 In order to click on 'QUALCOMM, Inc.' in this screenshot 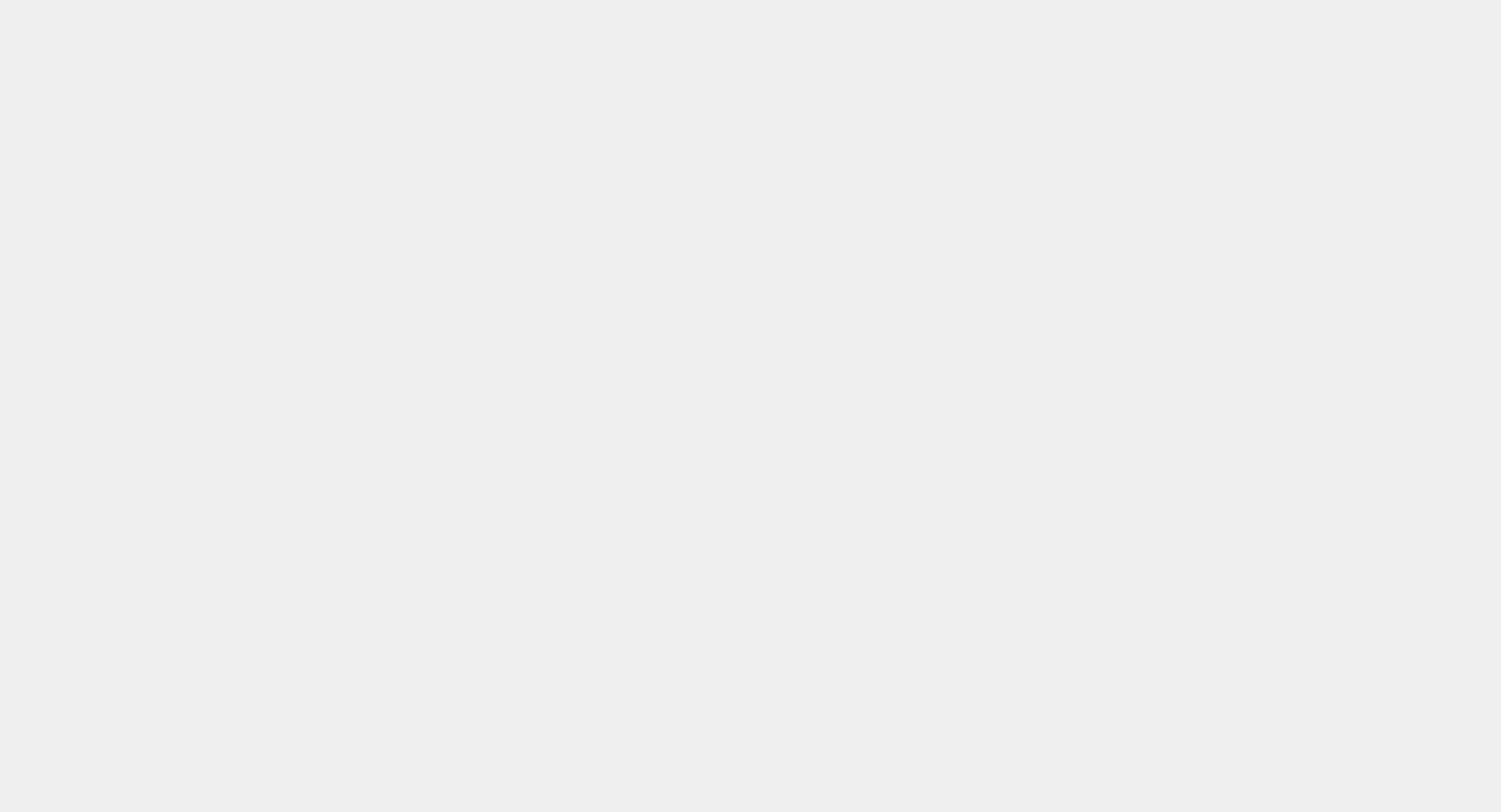, I will do `click(239, 71)`.